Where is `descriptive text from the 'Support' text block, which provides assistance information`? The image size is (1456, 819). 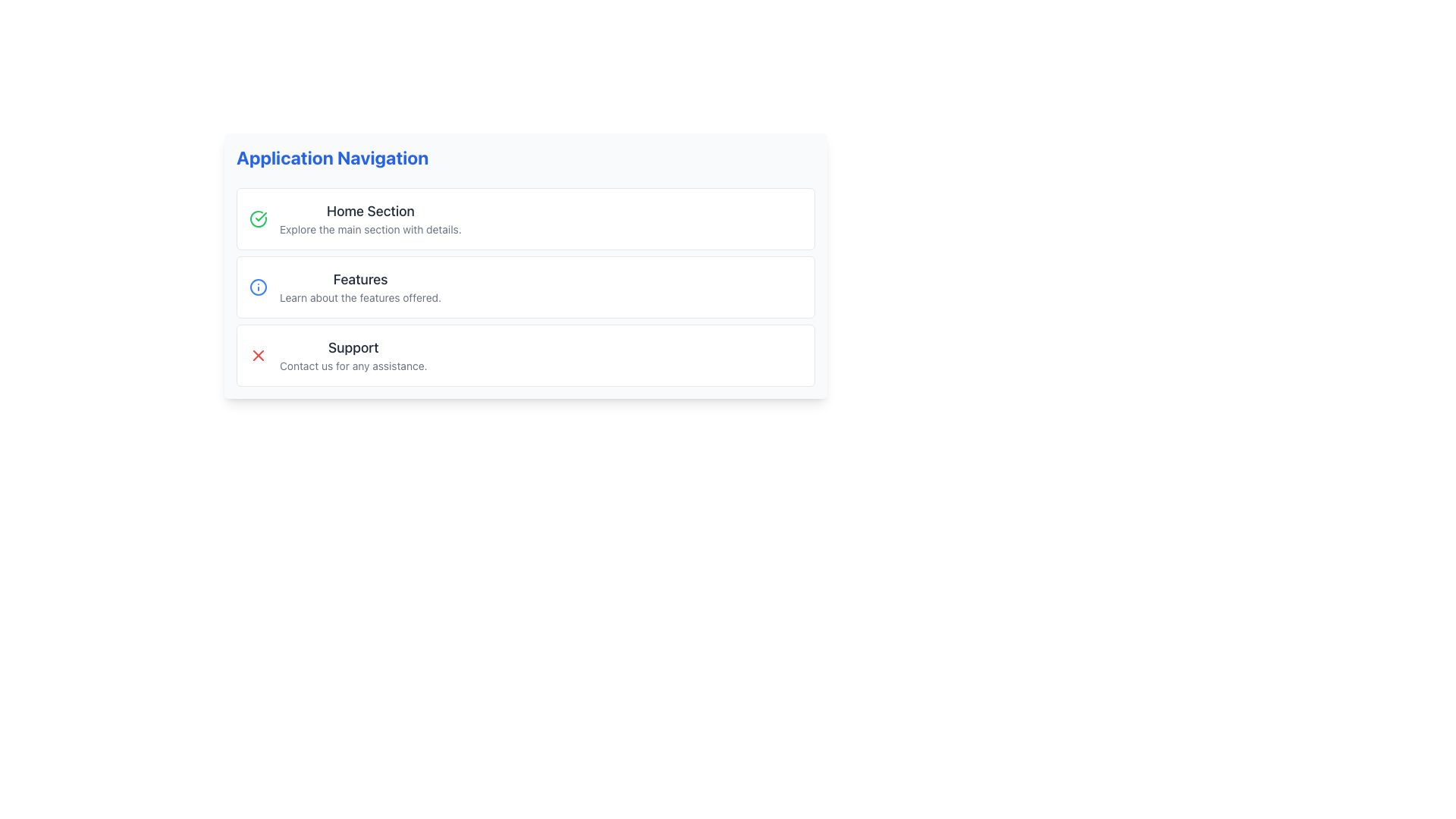
descriptive text from the 'Support' text block, which provides assistance information is located at coordinates (353, 356).